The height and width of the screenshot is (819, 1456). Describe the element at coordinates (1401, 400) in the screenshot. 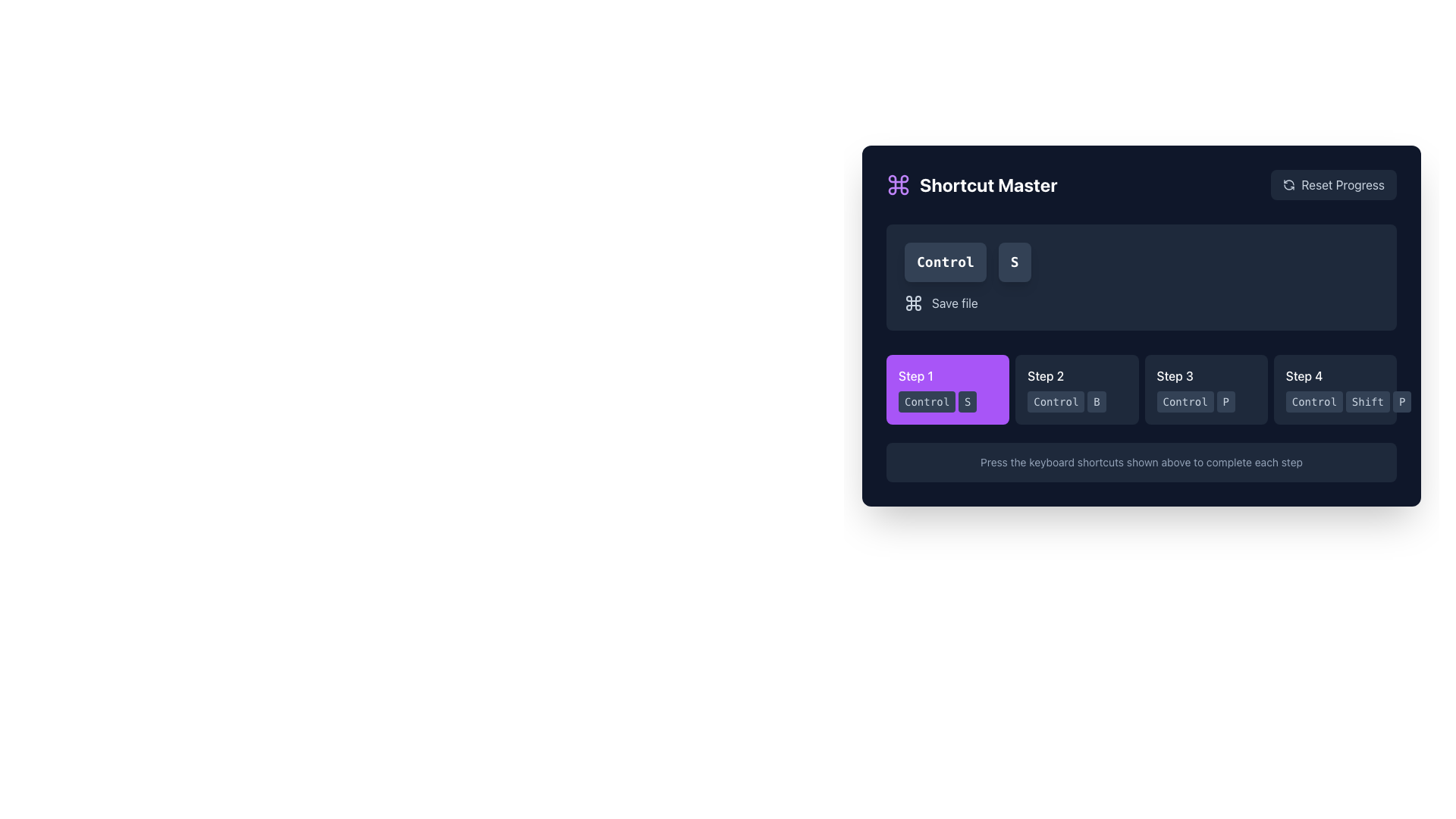

I see `text on the button labeled 'P', which is the third button in a horizontal group of buttons located at the bottom right corner of step 4 in the interface` at that location.